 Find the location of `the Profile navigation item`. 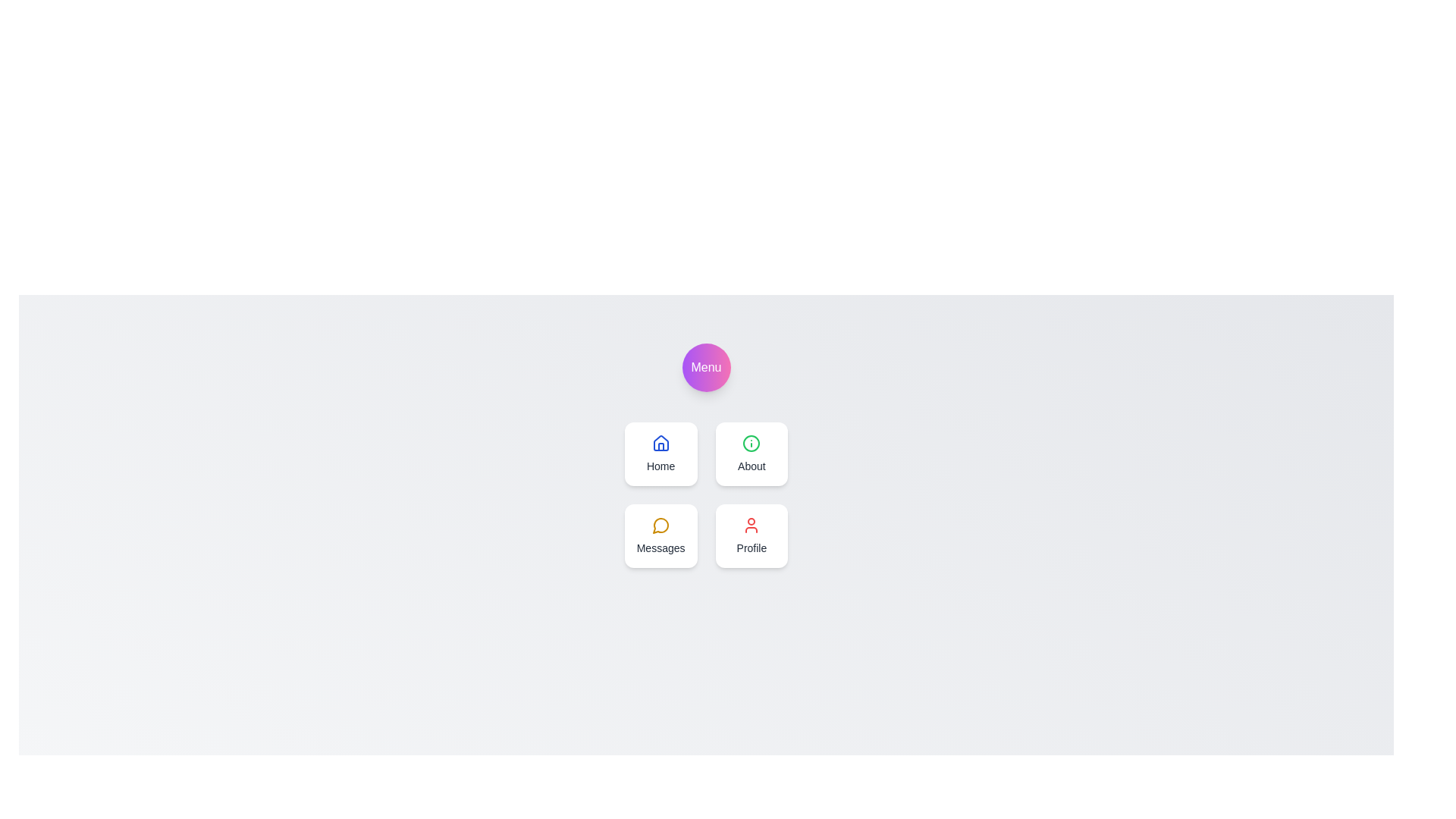

the Profile navigation item is located at coordinates (752, 535).